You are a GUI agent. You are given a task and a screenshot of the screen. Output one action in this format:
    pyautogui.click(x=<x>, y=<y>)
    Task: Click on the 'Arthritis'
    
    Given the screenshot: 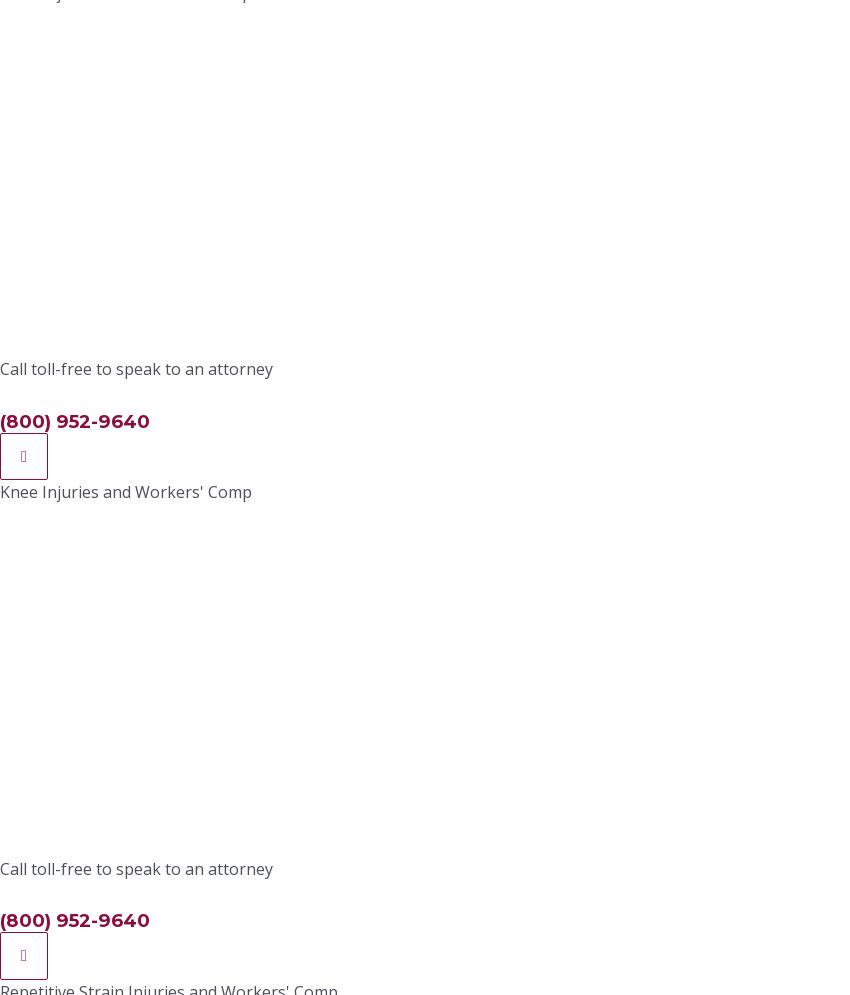 What is the action you would take?
    pyautogui.click(x=210, y=503)
    